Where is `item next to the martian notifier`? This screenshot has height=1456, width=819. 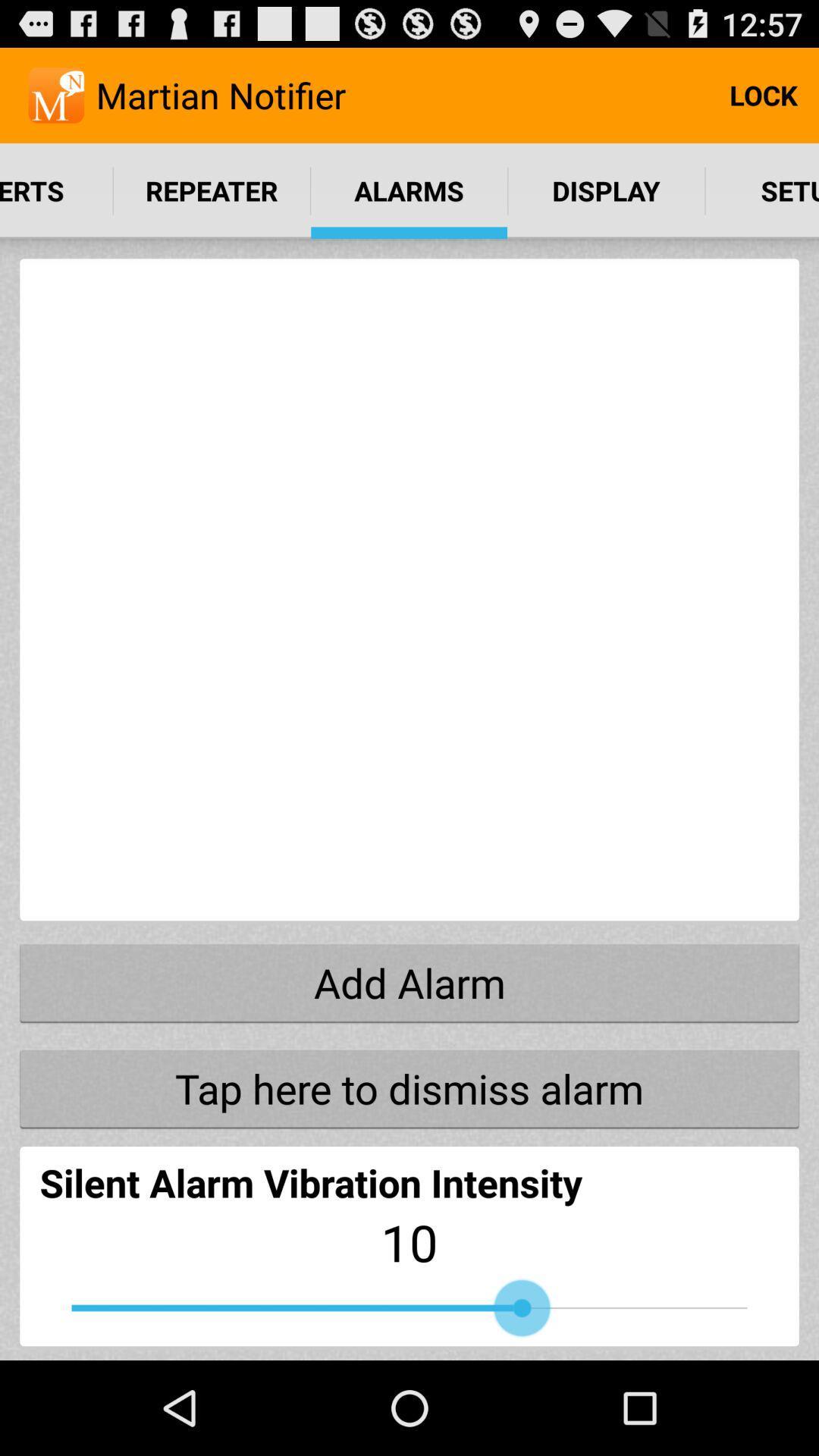 item next to the martian notifier is located at coordinates (763, 94).